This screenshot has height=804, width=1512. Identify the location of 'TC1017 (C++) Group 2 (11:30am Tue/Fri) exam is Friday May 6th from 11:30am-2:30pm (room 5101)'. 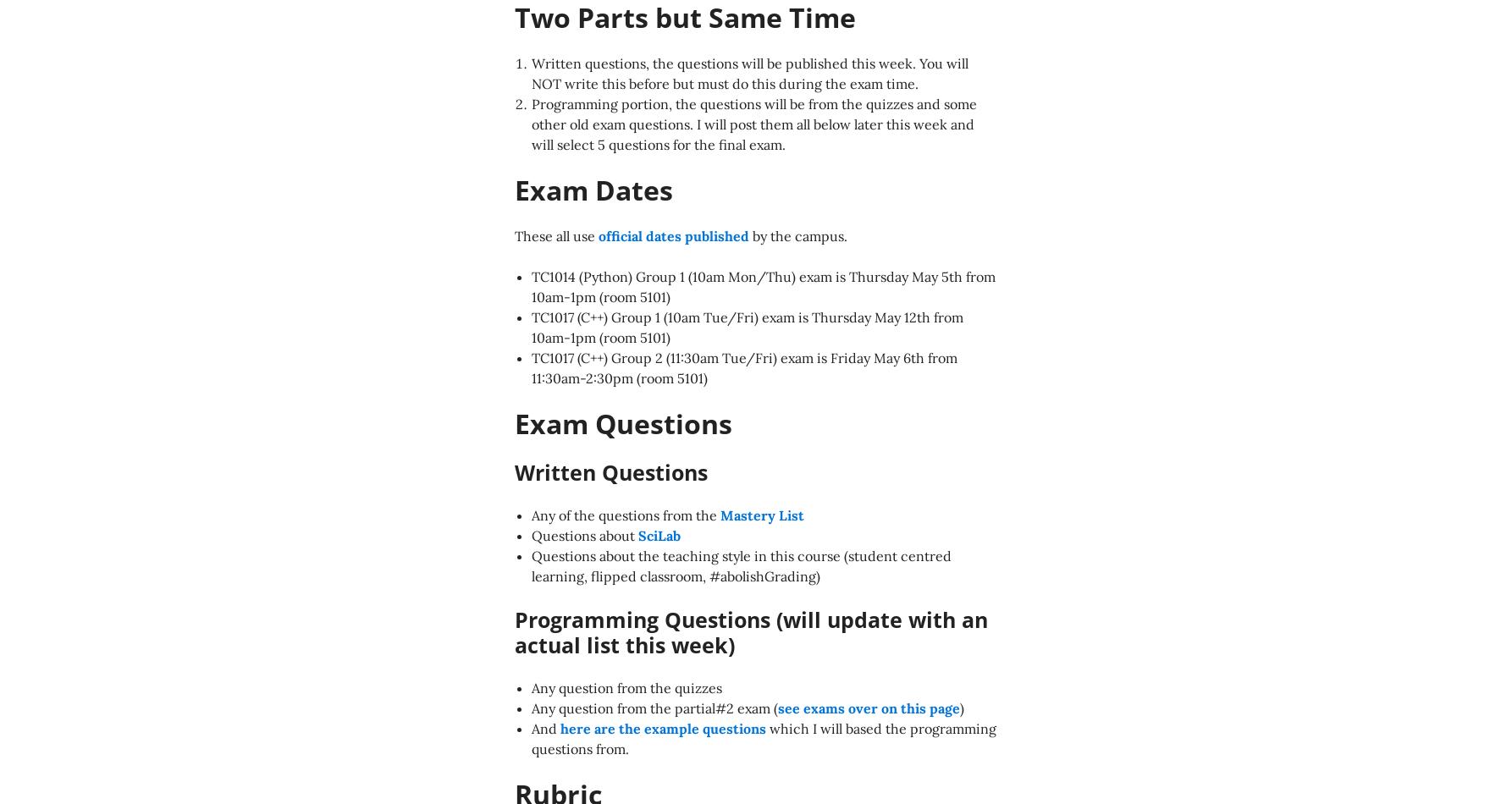
(743, 367).